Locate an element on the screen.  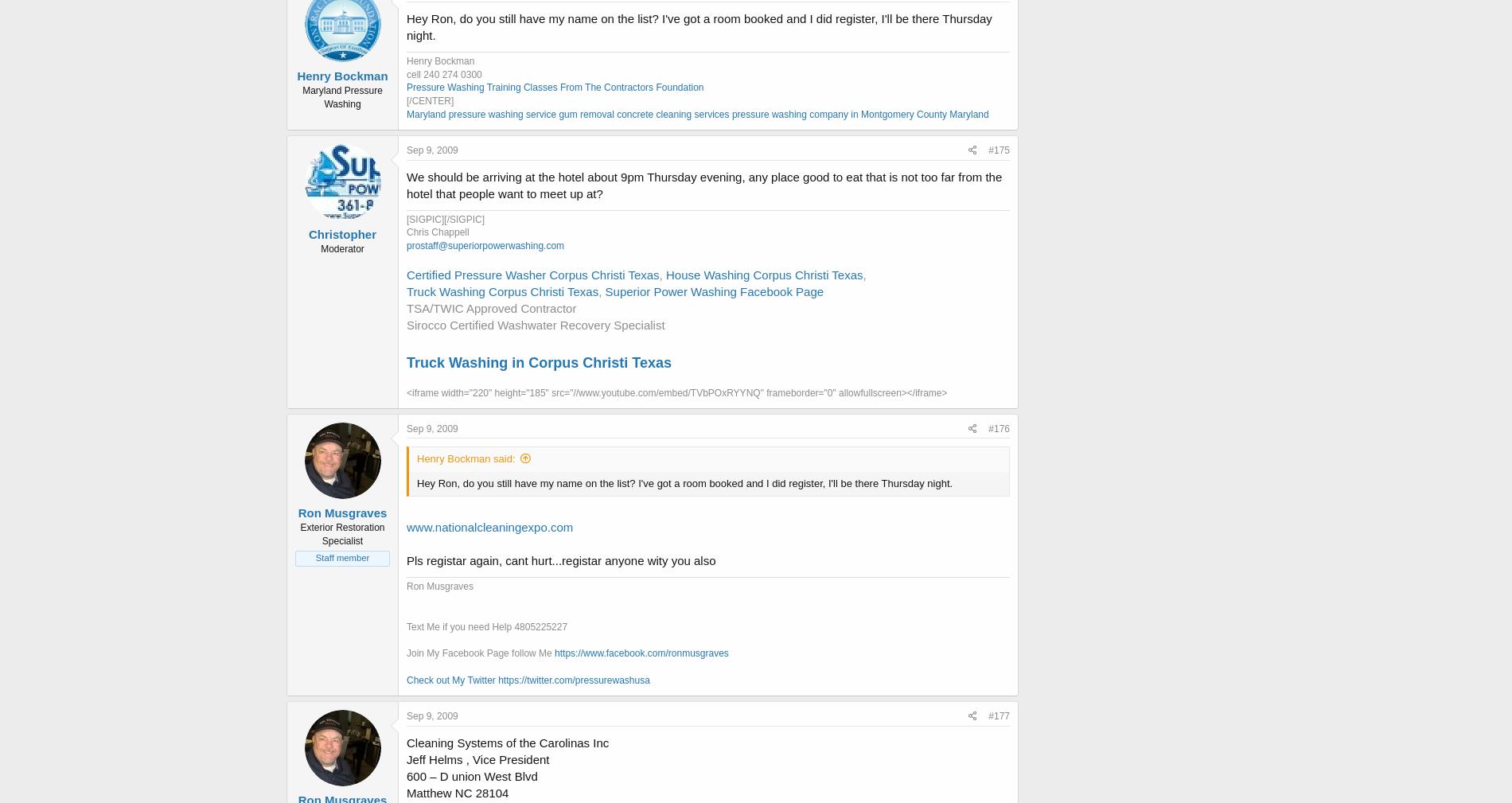
'<iframe width="220" height="185" src="//www.youtube.com/embed/TVbPOxRYYNQ" frameborder="0" allowfullscreen></iframe>' is located at coordinates (676, 391).